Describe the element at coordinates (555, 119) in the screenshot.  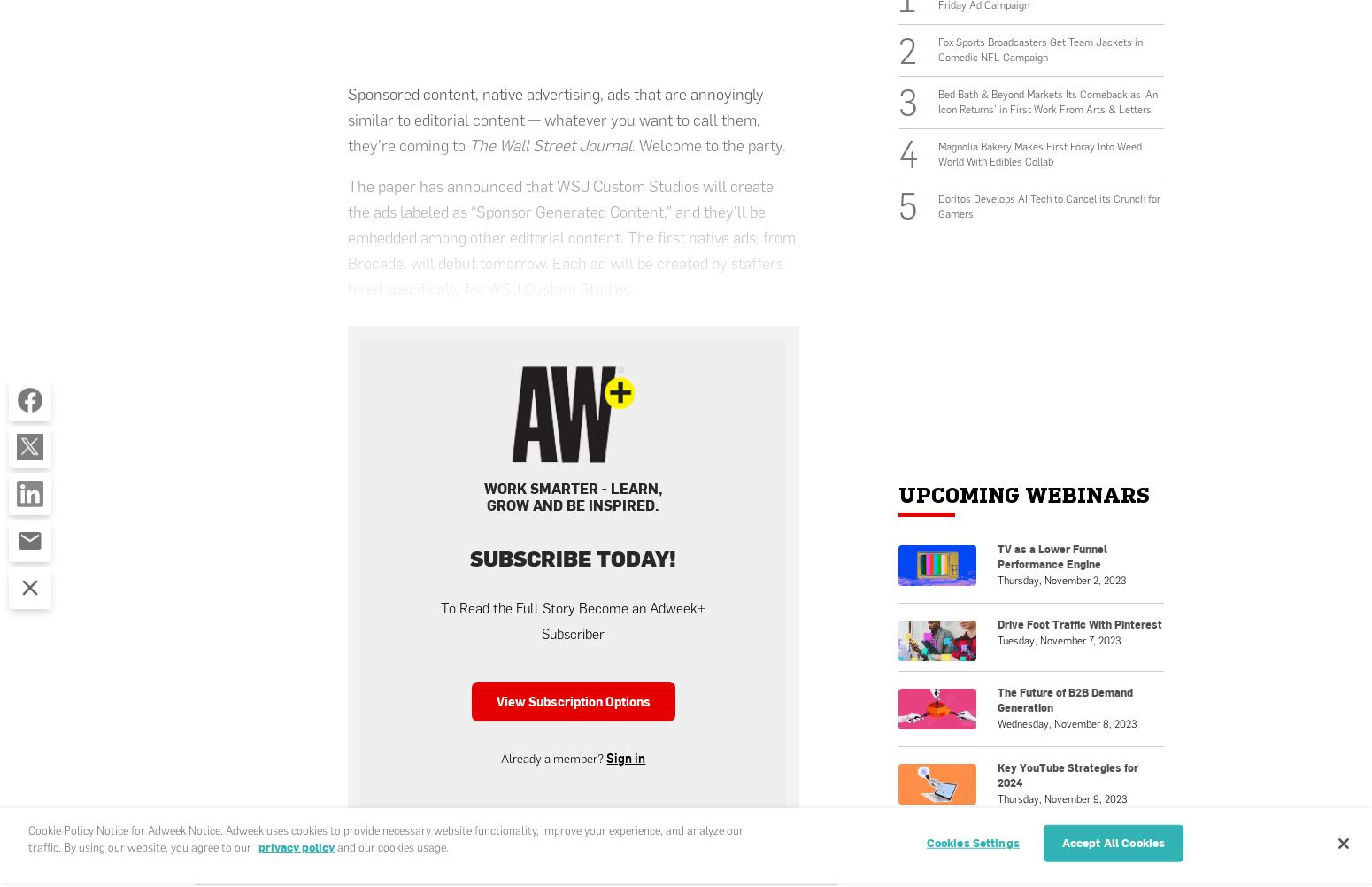
I see `'Sponsored content, native advertising, ads that are annoyingly similar to editorial content — whatever you want to call them, they’re coming to'` at that location.